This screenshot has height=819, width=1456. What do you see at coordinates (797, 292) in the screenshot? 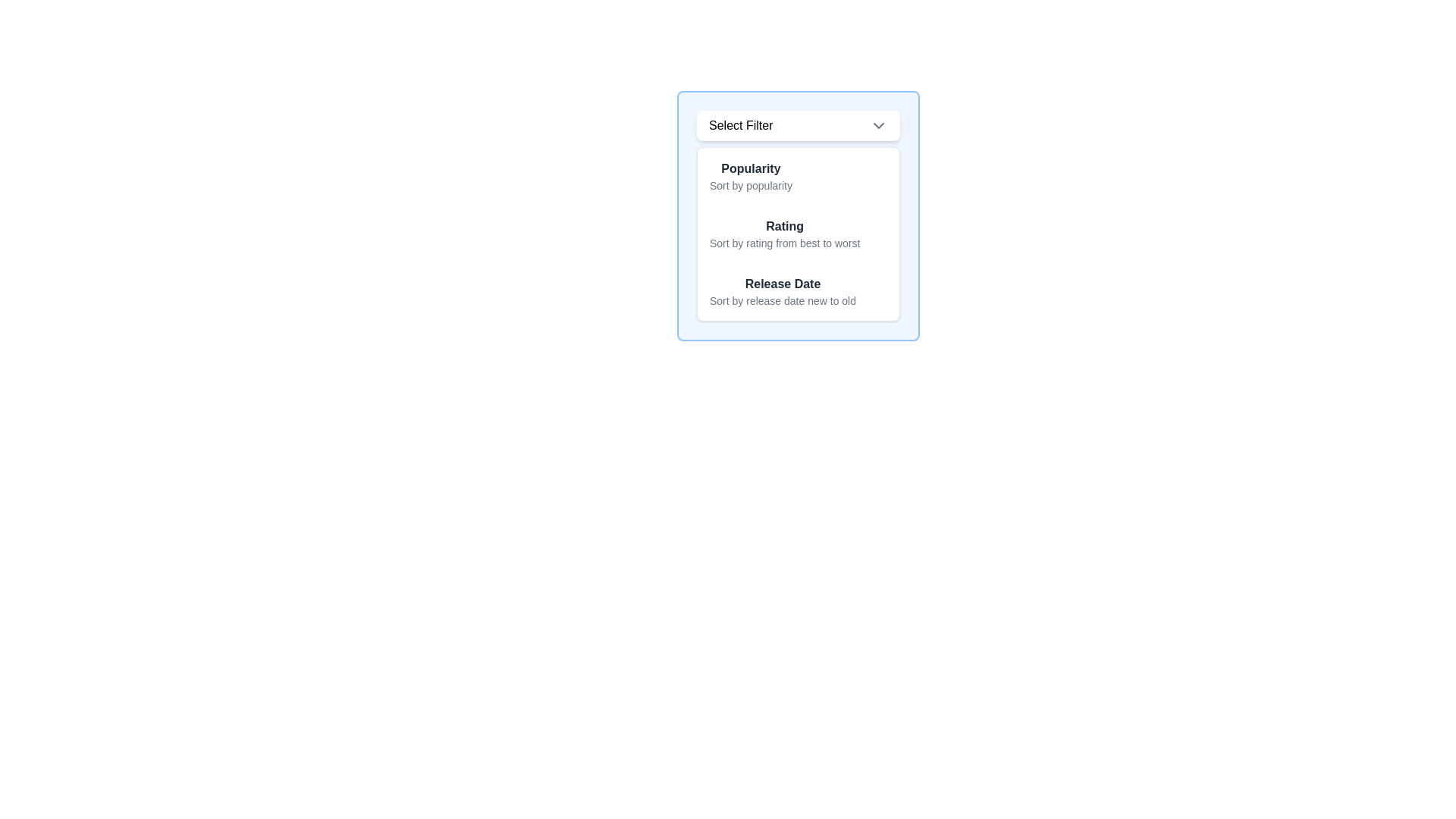
I see `the 'Release Date' text-based selection option, which is the third item in the sorting dropdown` at bounding box center [797, 292].